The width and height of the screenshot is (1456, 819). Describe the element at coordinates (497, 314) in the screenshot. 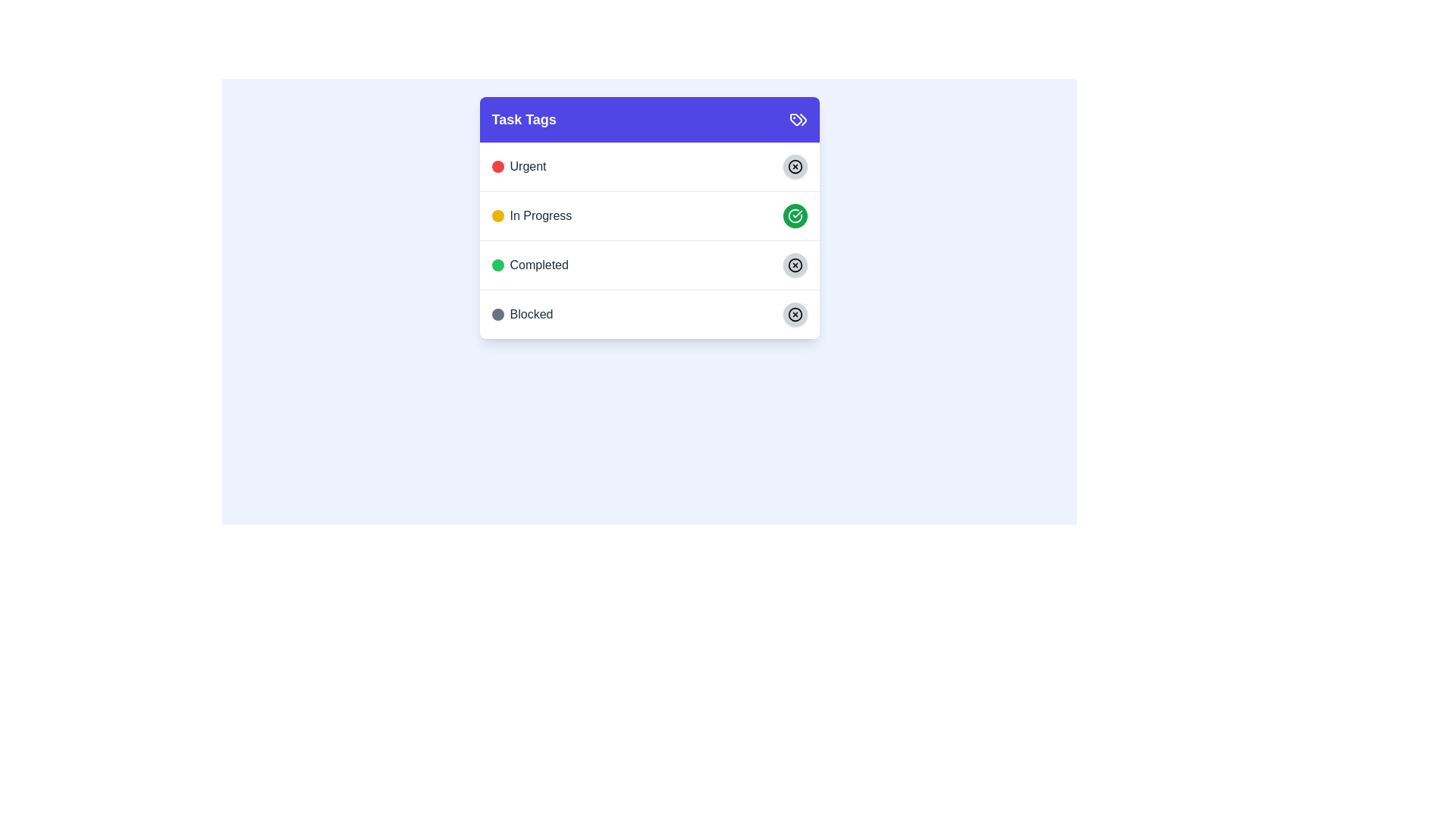

I see `the circular indicator located to the left of the text 'Blocked' in the lower-most row of the list` at that location.